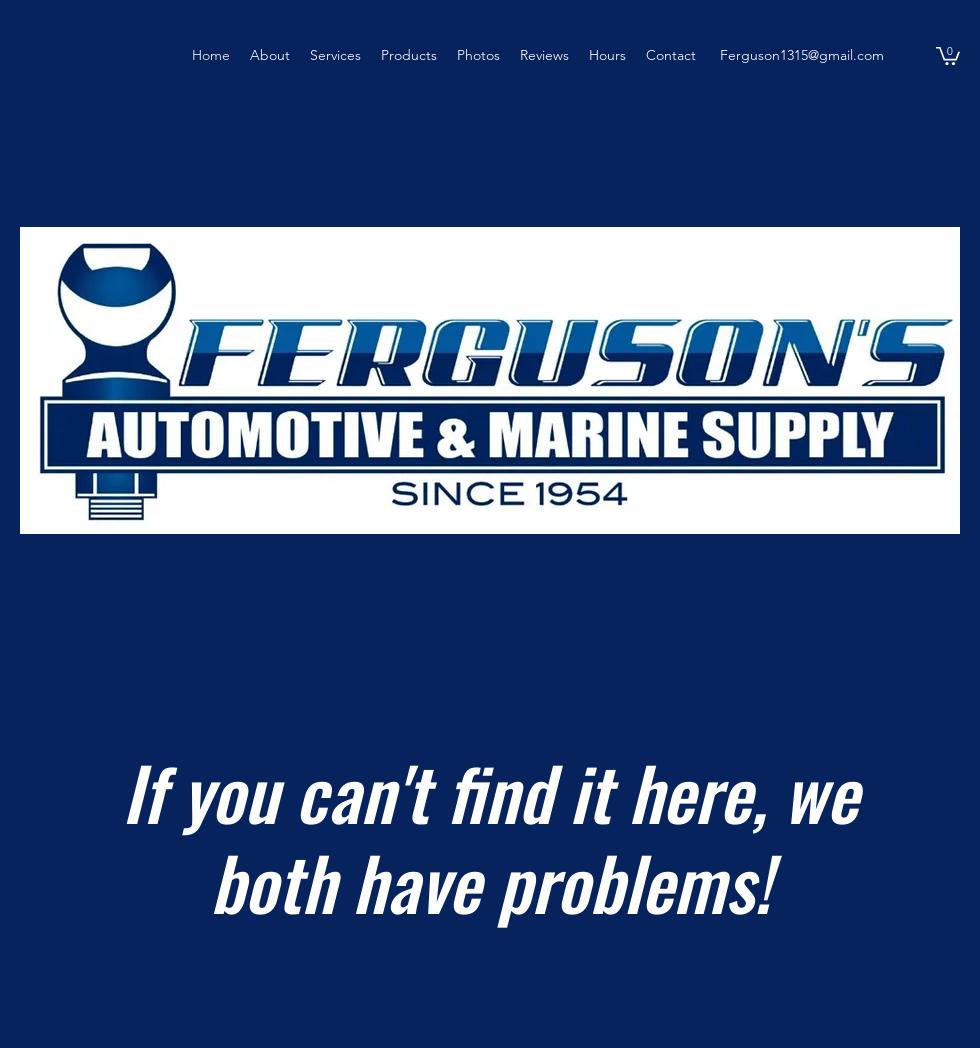 The width and height of the screenshot is (980, 1048). What do you see at coordinates (191, 55) in the screenshot?
I see `'Home'` at bounding box center [191, 55].